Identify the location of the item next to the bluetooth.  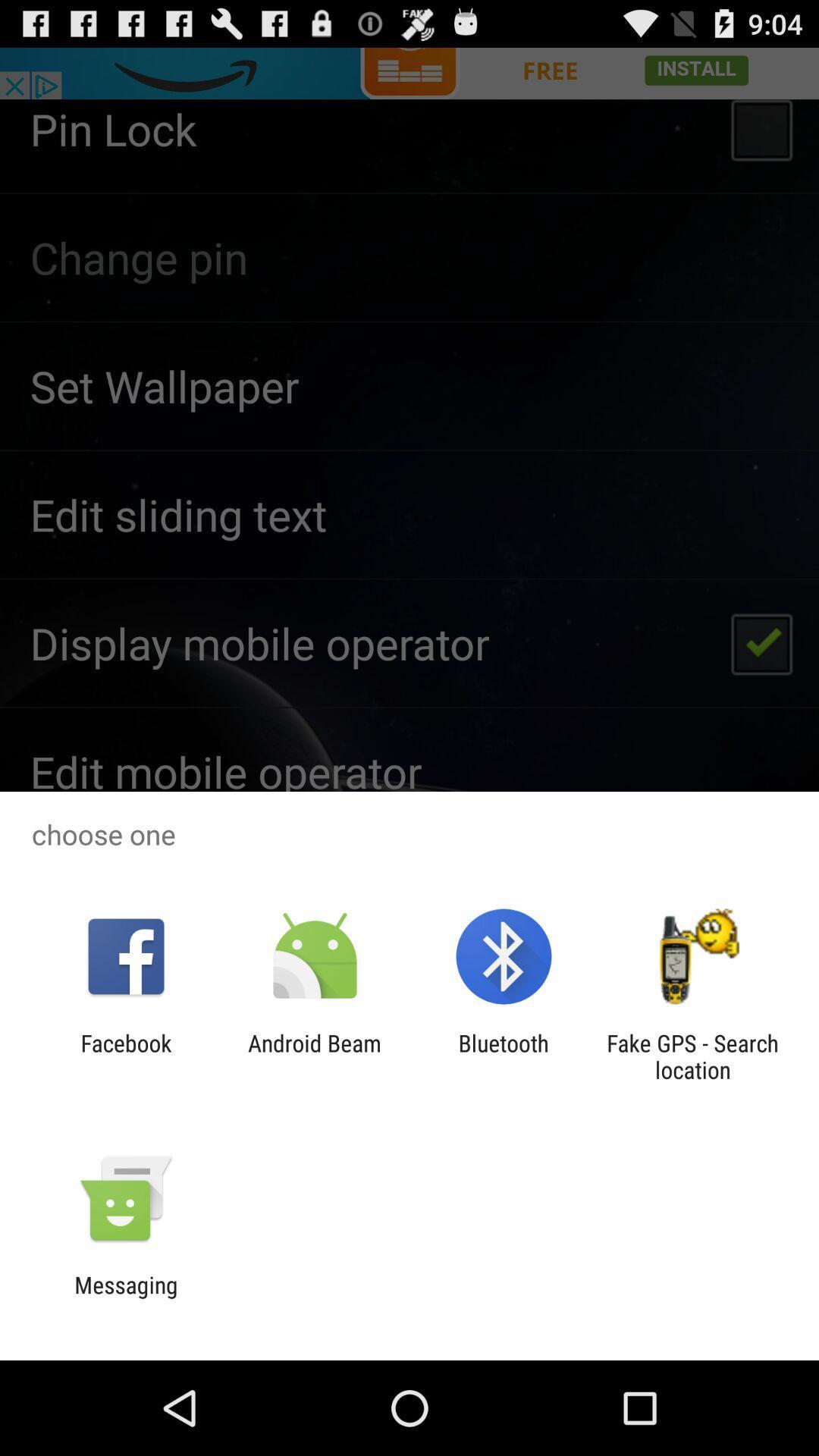
(314, 1056).